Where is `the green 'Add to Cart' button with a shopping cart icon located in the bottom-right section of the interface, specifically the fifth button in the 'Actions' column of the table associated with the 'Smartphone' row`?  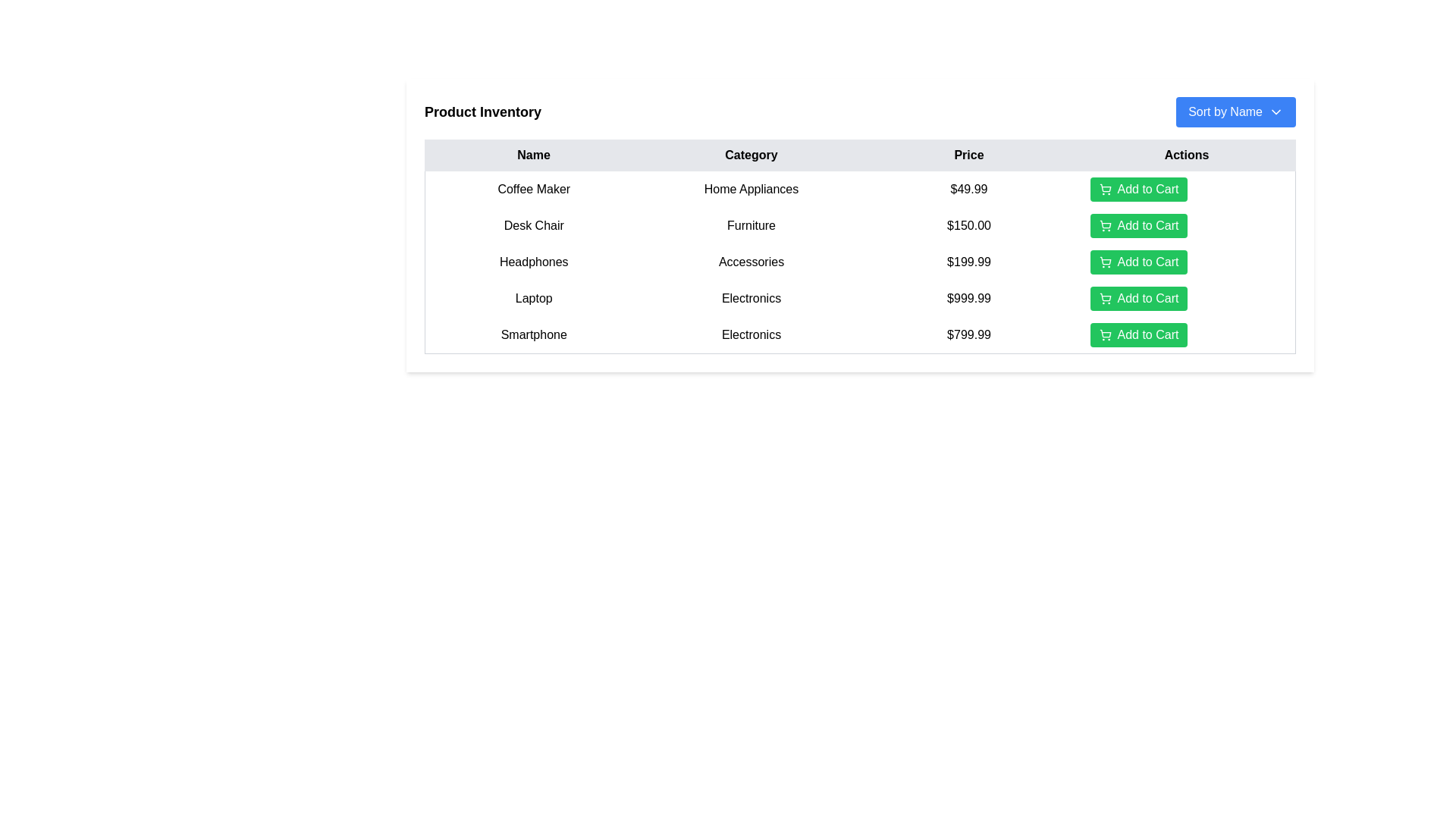
the green 'Add to Cart' button with a shopping cart icon located in the bottom-right section of the interface, specifically the fifth button in the 'Actions' column of the table associated with the 'Smartphone' row is located at coordinates (1139, 334).